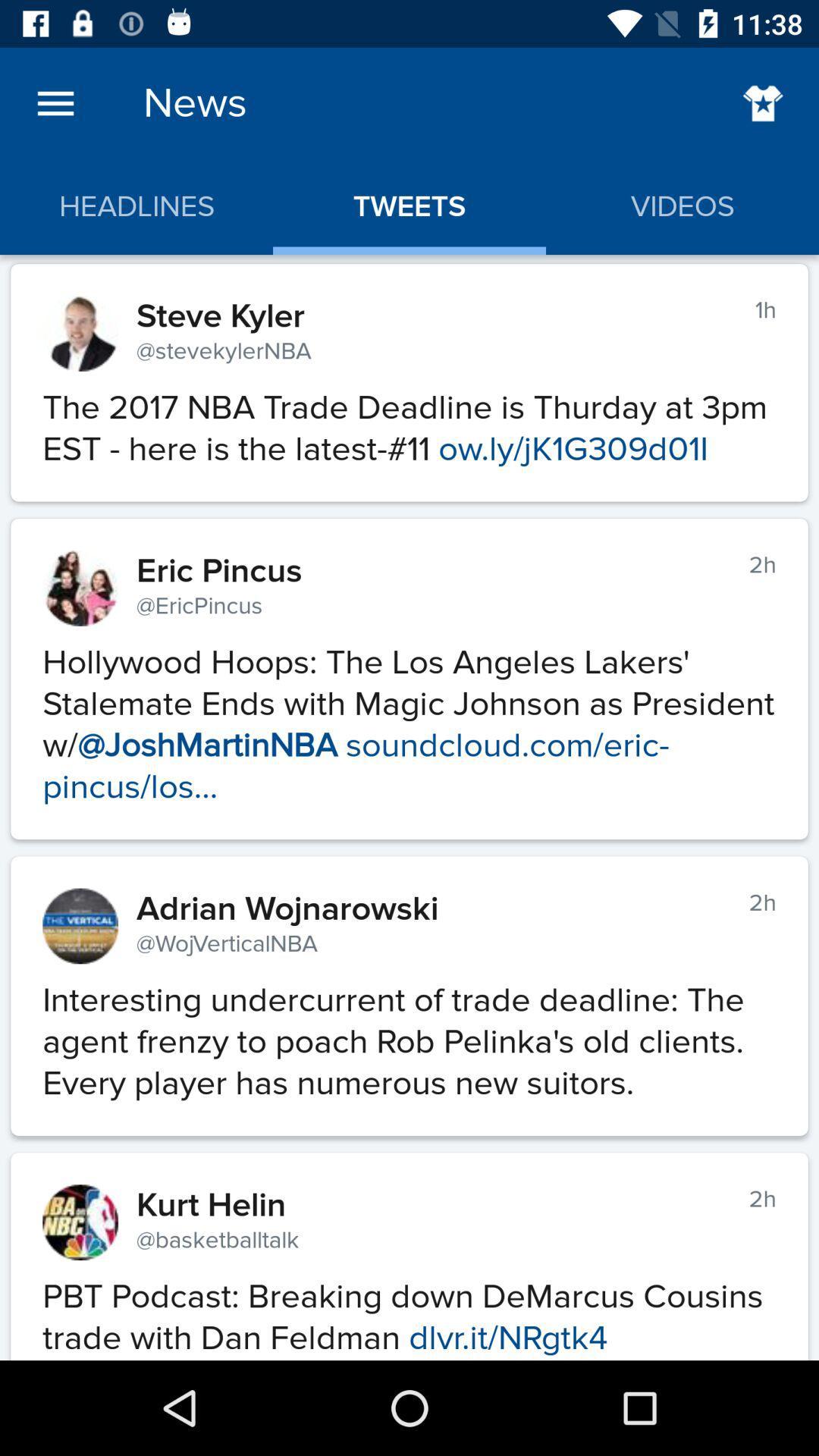 This screenshot has width=819, height=1456. Describe the element at coordinates (763, 102) in the screenshot. I see `favorites` at that location.